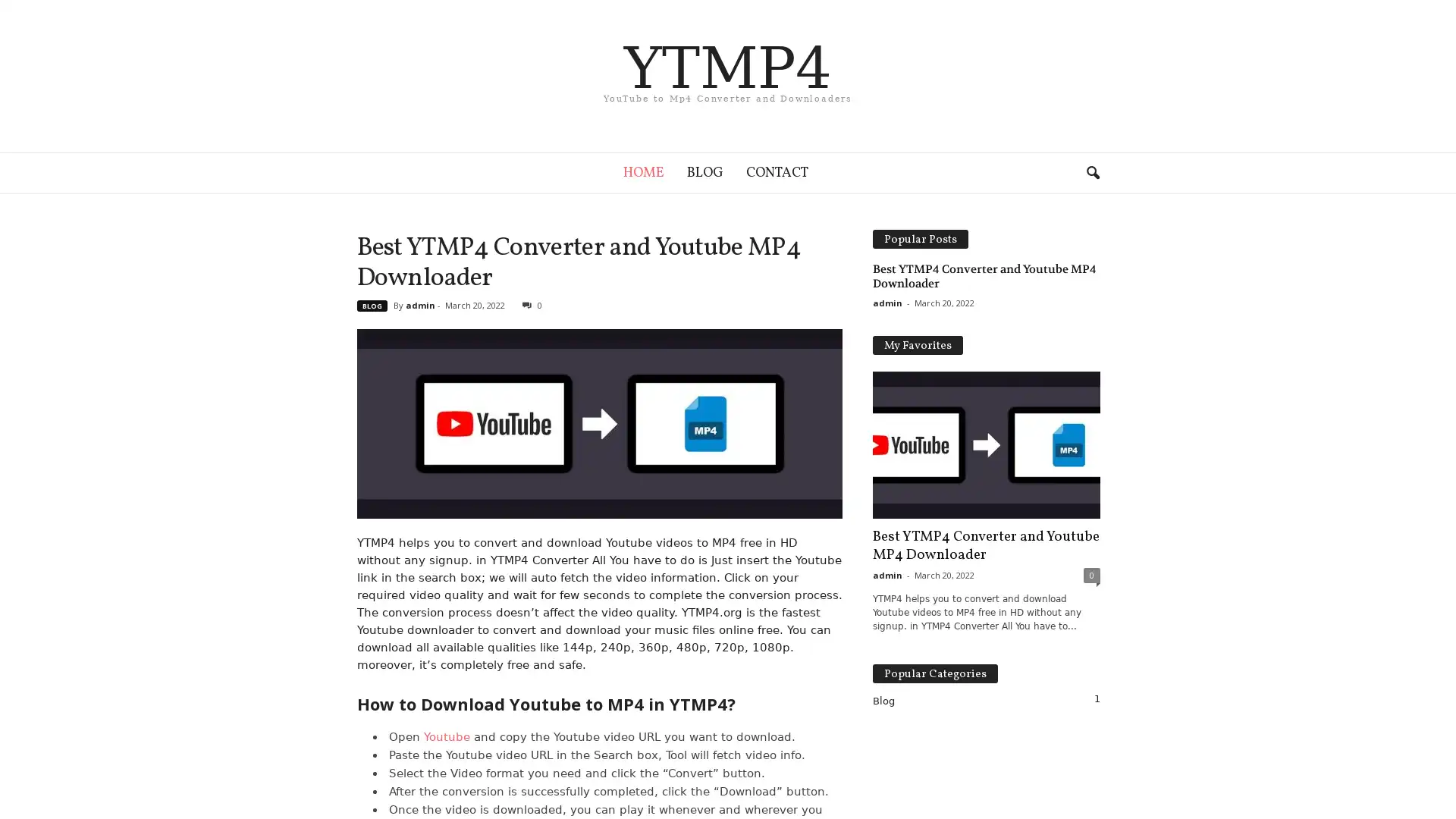  I want to click on search icon, so click(1092, 171).